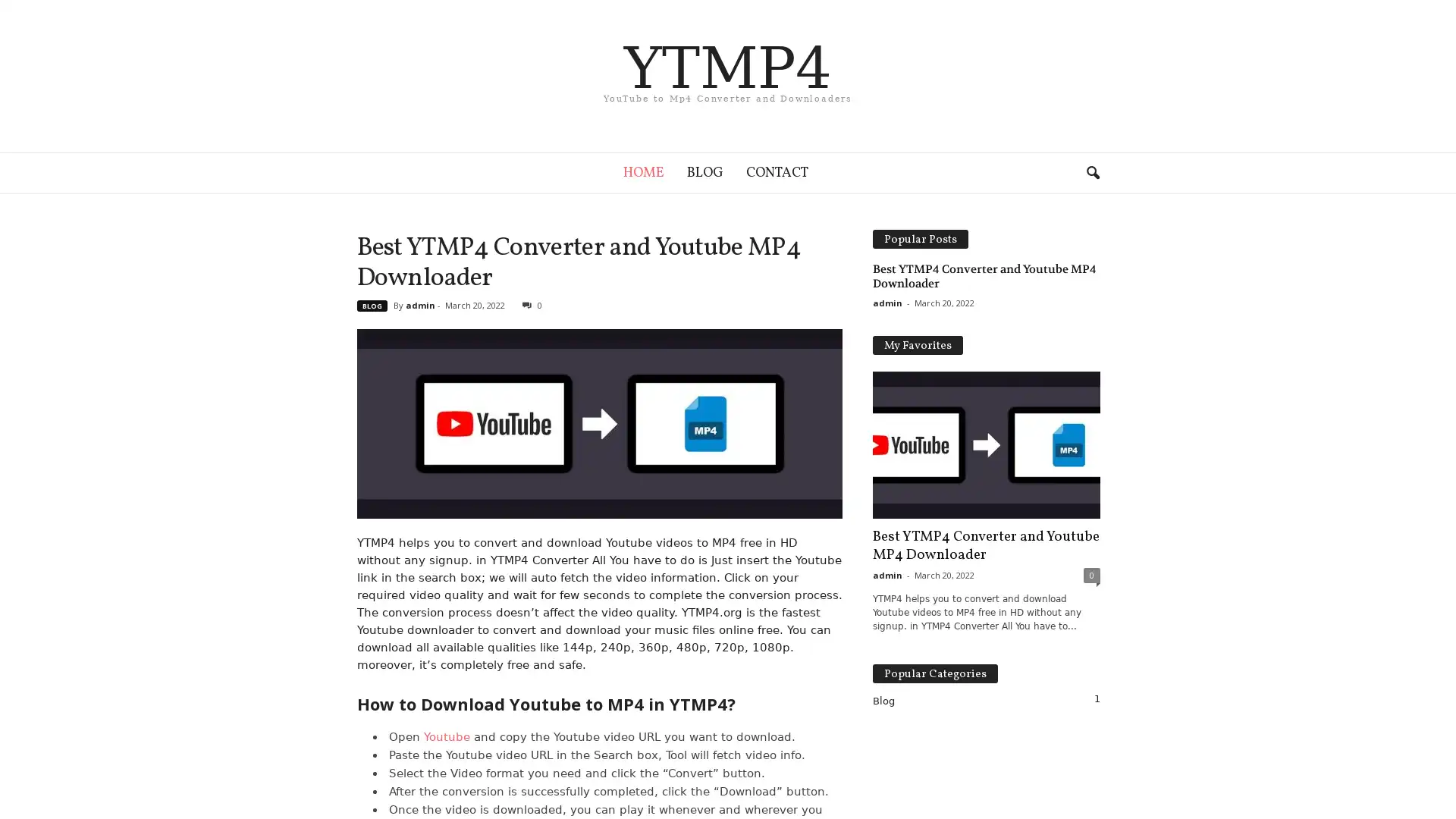  I want to click on search icon, so click(1092, 171).